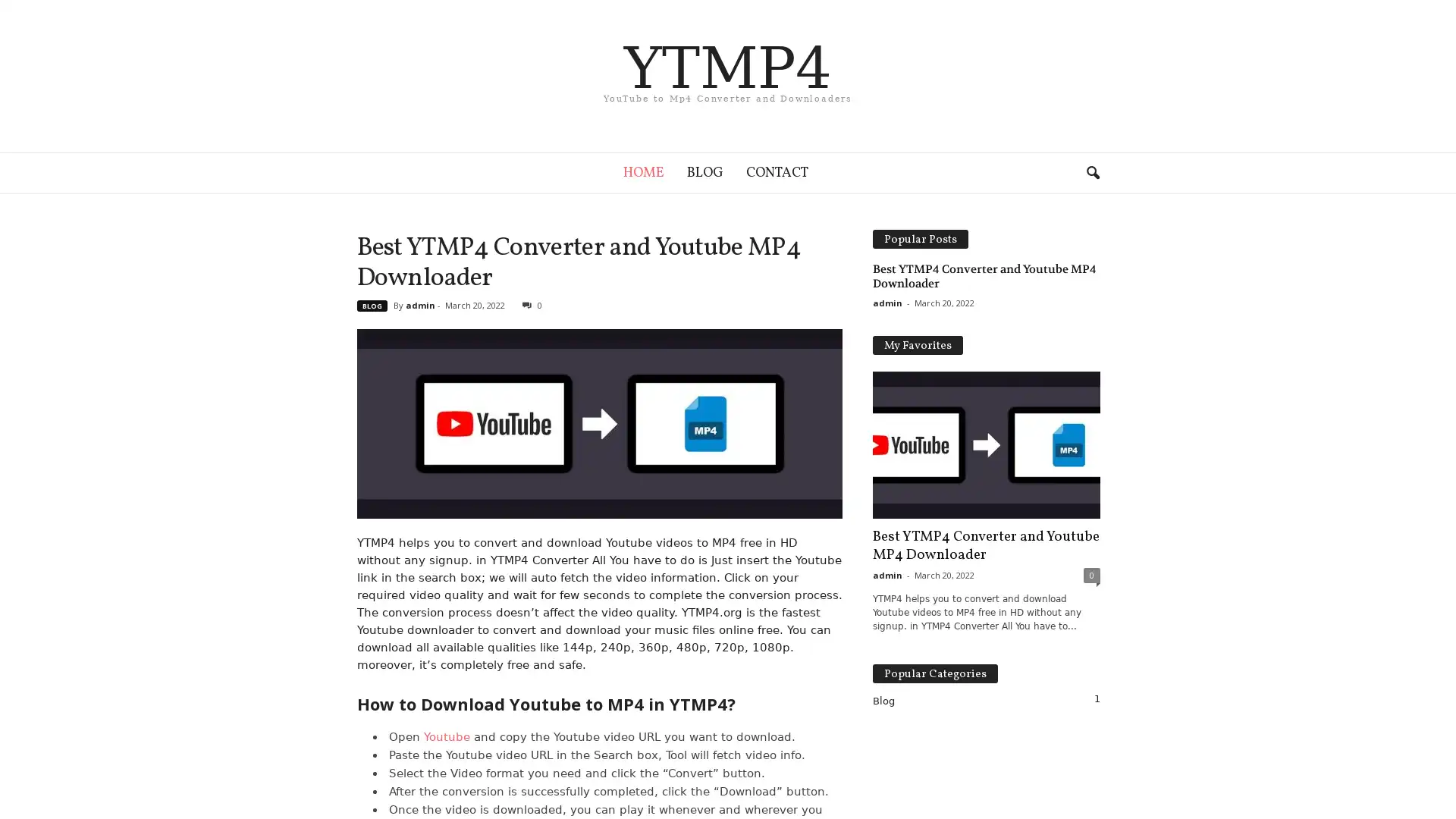  I want to click on search icon, so click(1092, 171).